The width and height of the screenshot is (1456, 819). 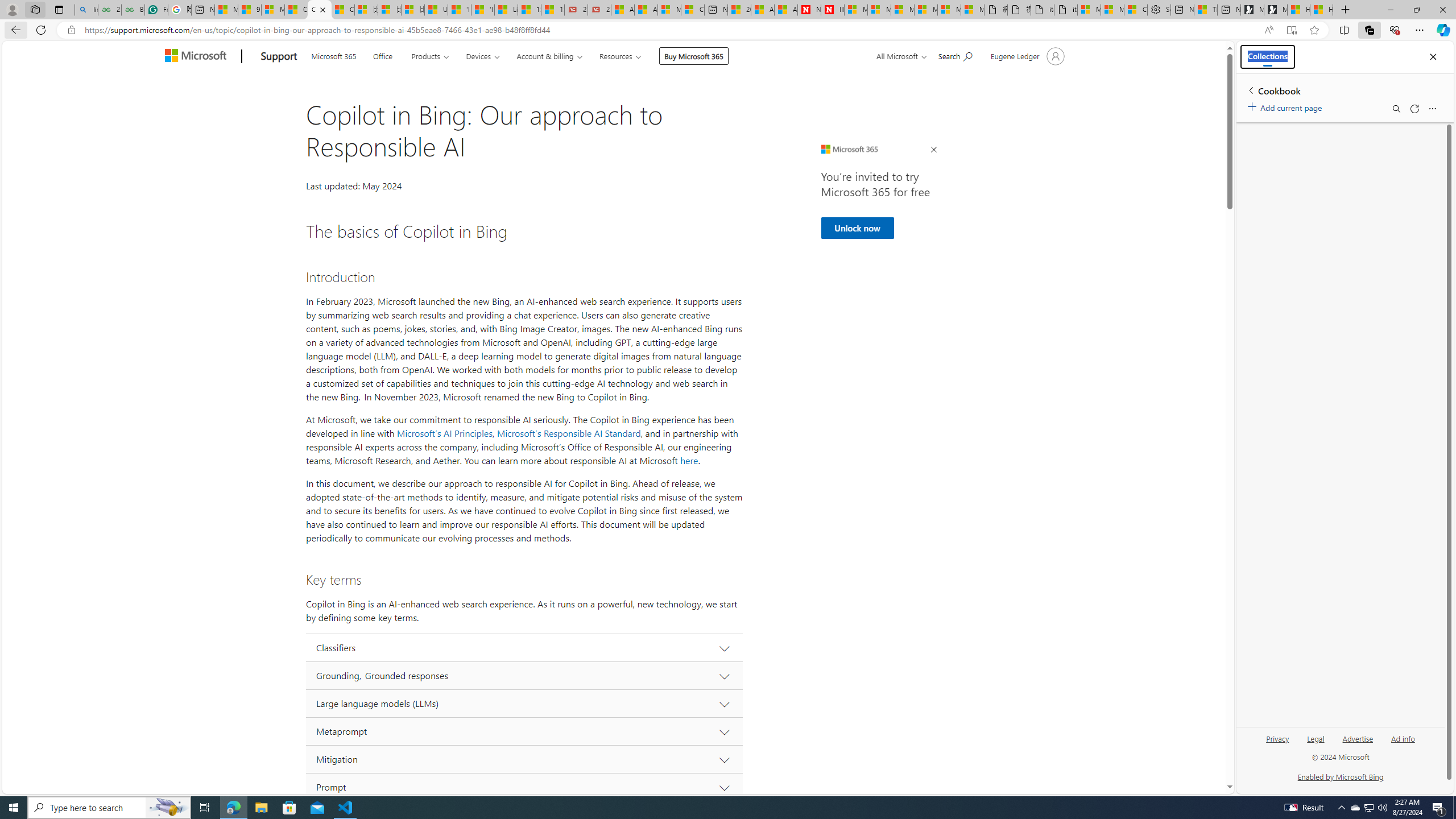 What do you see at coordinates (109, 9) in the screenshot?
I see `'25 Basic Linux Commands For Beginners - GeeksforGeeks'` at bounding box center [109, 9].